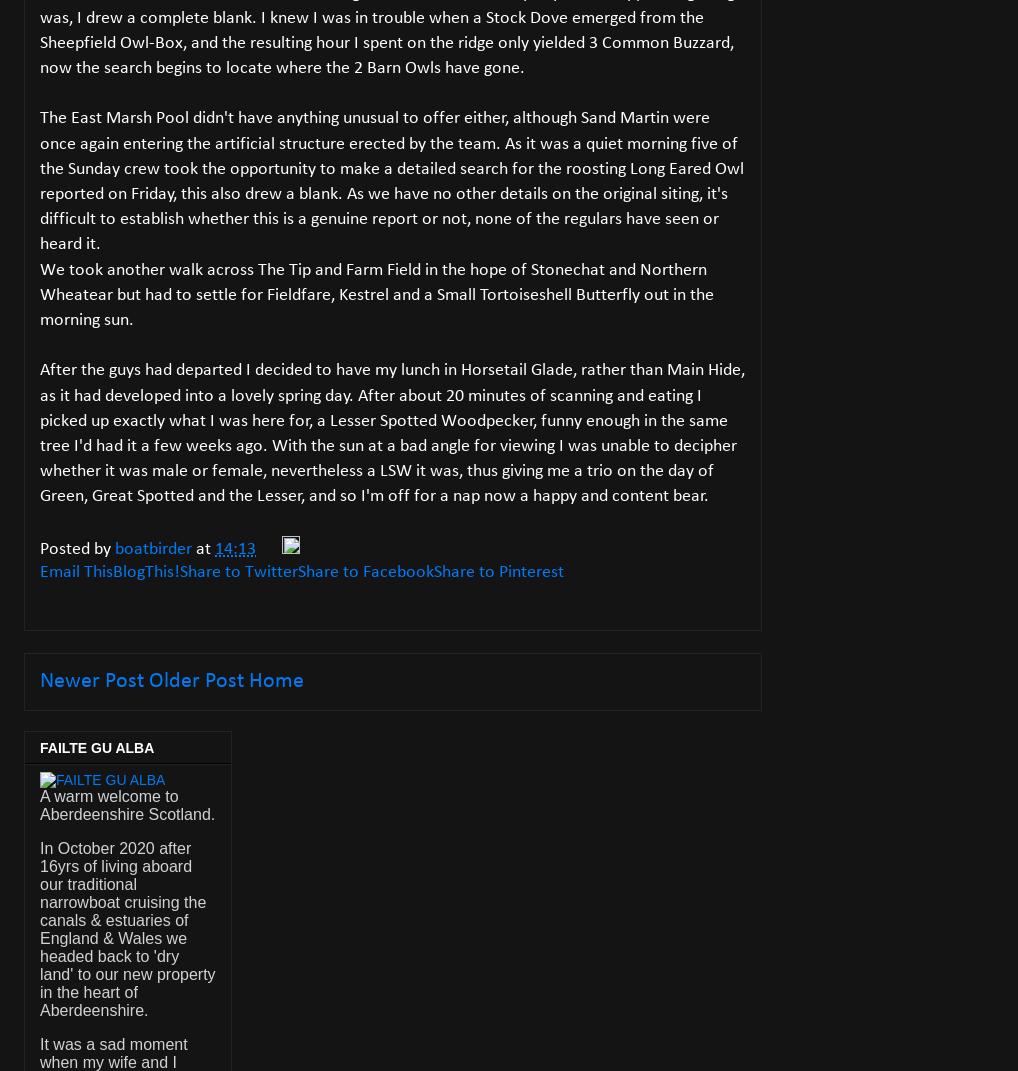  What do you see at coordinates (76, 572) in the screenshot?
I see `'Email This'` at bounding box center [76, 572].